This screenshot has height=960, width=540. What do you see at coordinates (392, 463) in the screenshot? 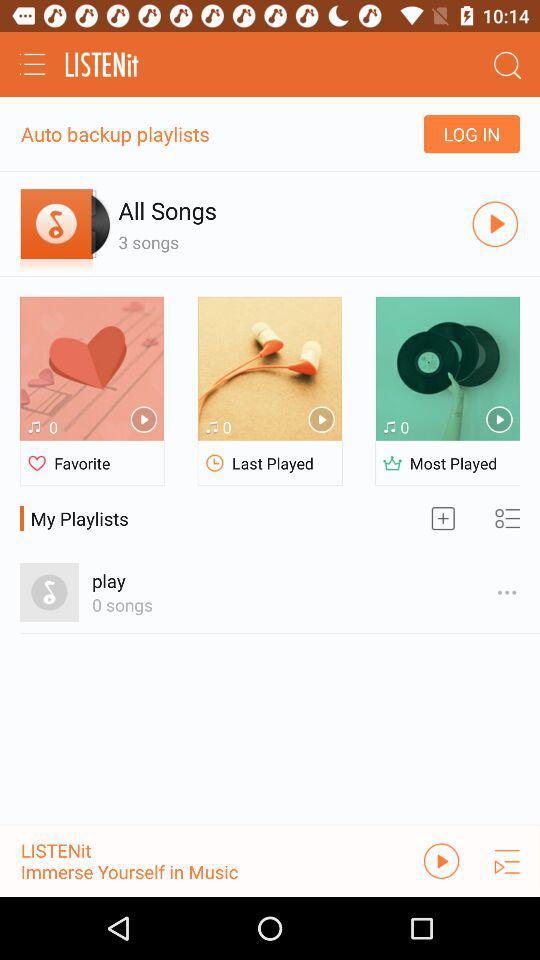
I see `the icon which is beside the most played` at bounding box center [392, 463].